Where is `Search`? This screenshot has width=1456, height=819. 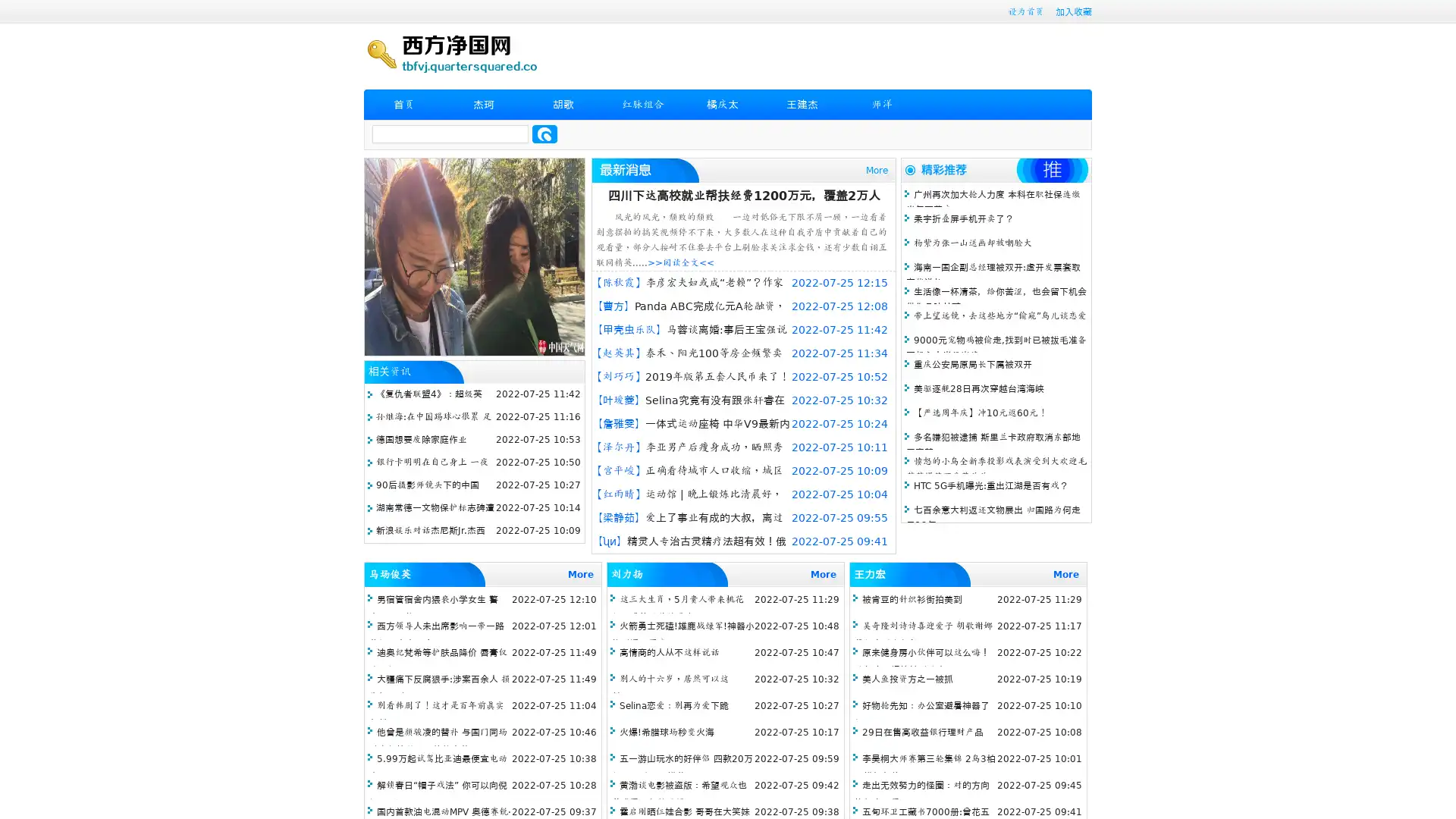
Search is located at coordinates (544, 133).